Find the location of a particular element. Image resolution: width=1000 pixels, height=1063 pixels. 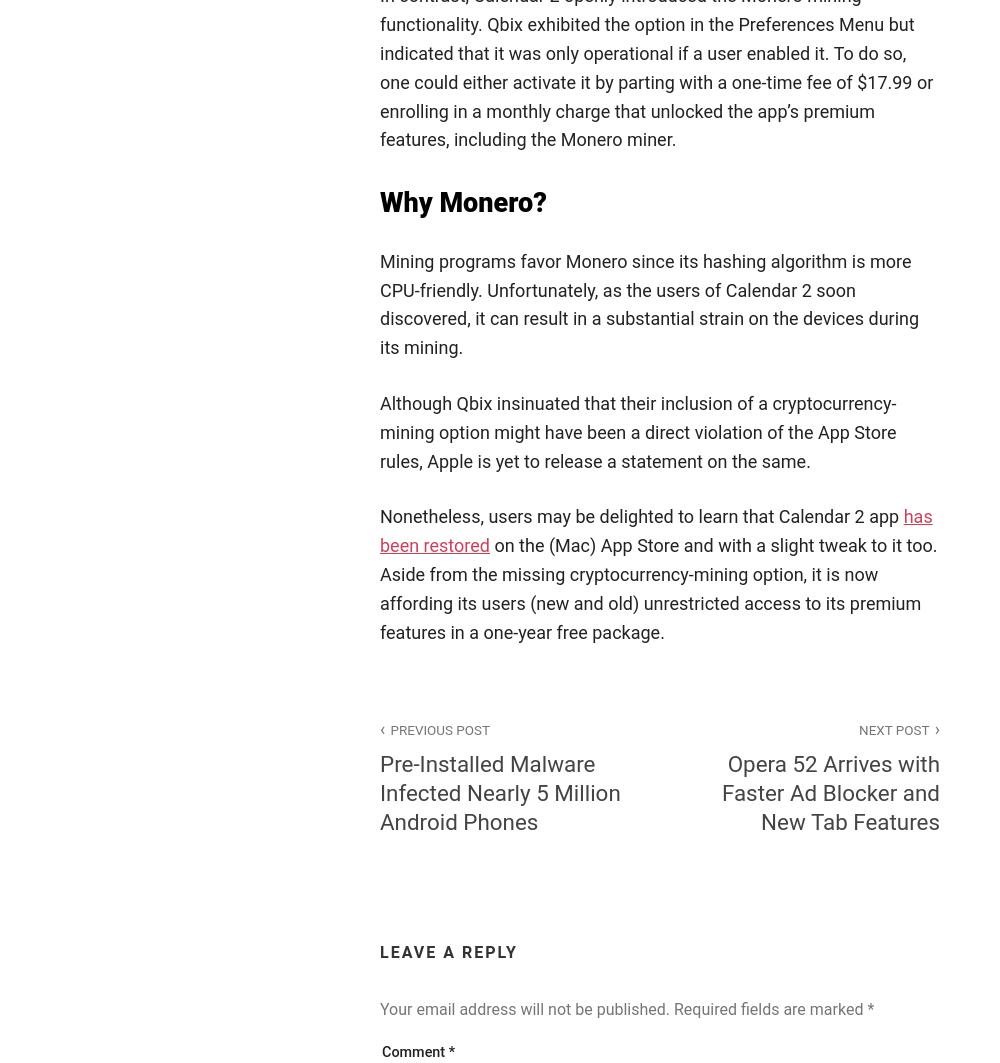

'Required fields are marked' is located at coordinates (770, 1008).